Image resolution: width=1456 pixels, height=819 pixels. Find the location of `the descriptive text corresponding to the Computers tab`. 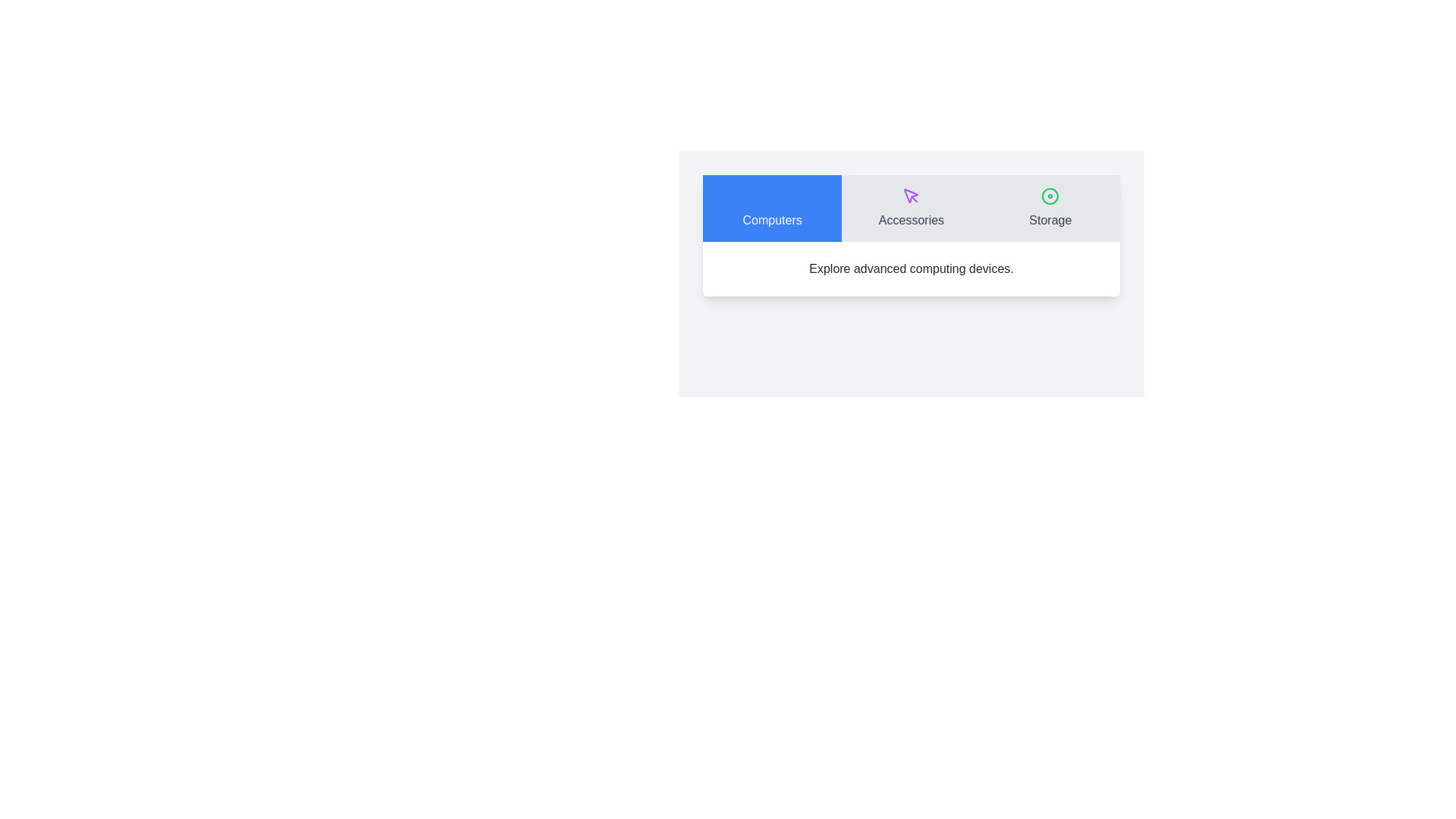

the descriptive text corresponding to the Computers tab is located at coordinates (701, 241).